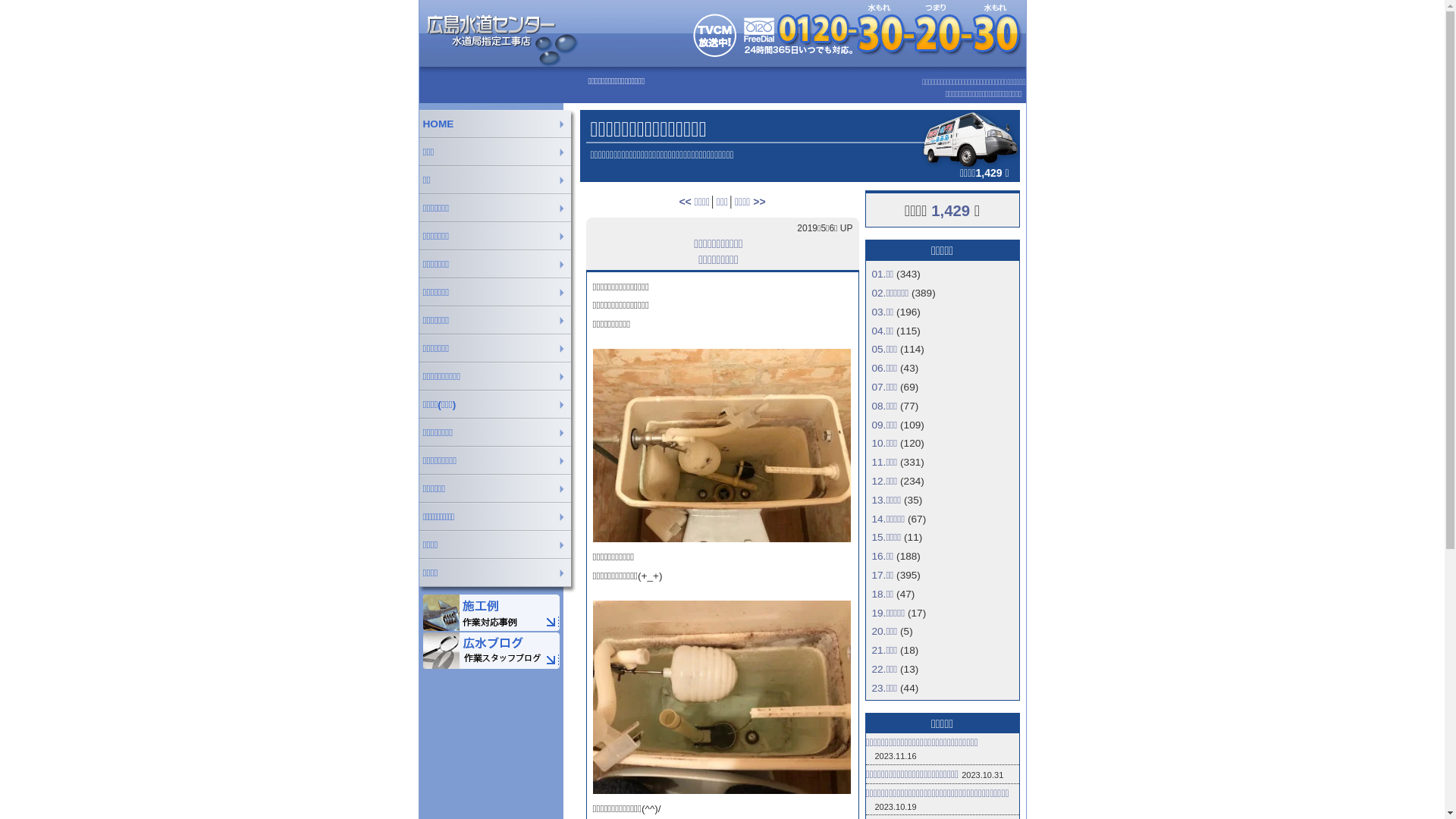 This screenshot has height=819, width=1456. What do you see at coordinates (498, 123) in the screenshot?
I see `'HOME'` at bounding box center [498, 123].